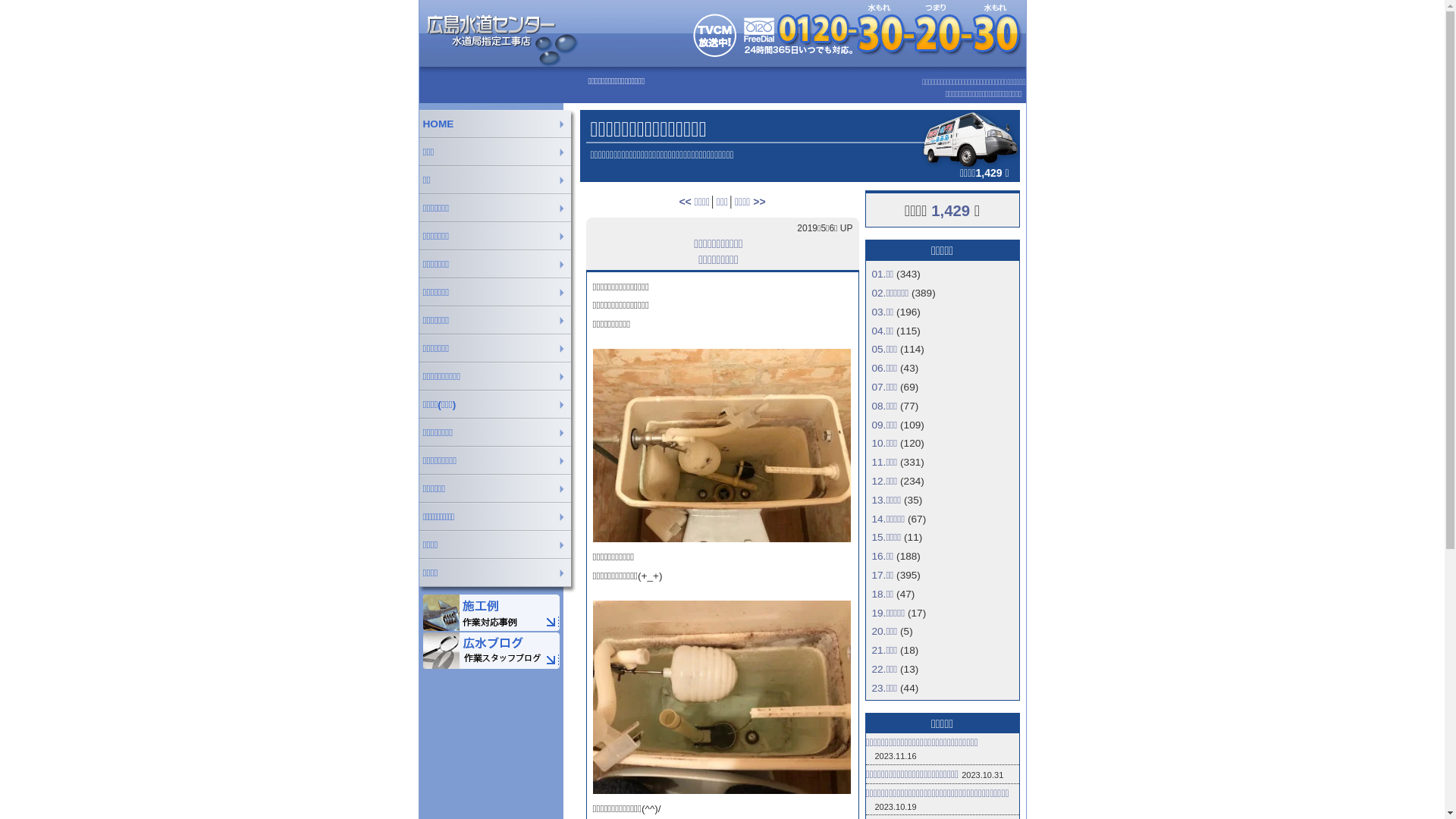 This screenshot has height=819, width=1456. What do you see at coordinates (498, 123) in the screenshot?
I see `'HOME'` at bounding box center [498, 123].